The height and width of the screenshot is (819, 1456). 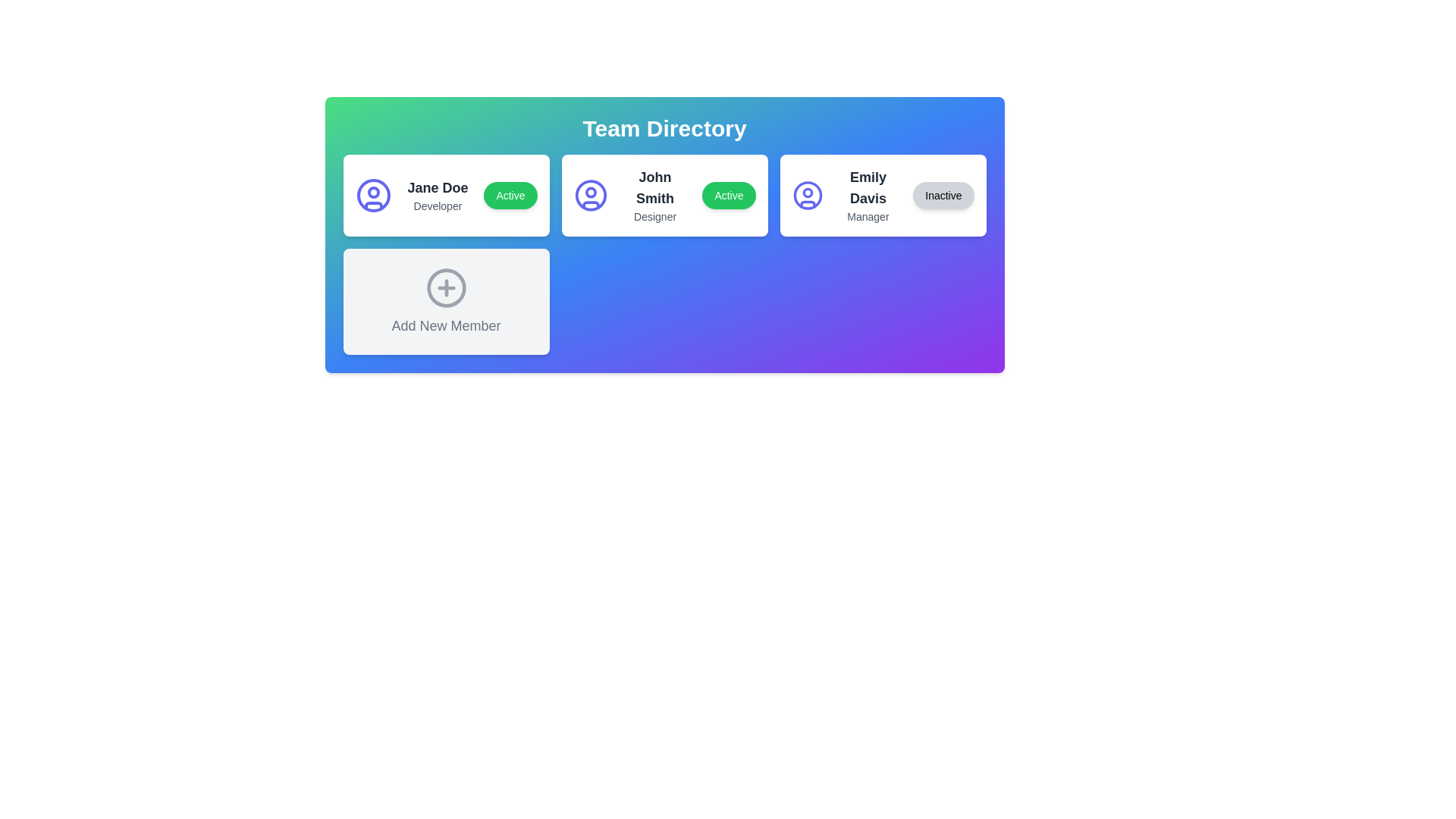 I want to click on the descriptive text label indicating the function associated with the add new member icon, located in the lower left area of the Team Directory interface, so click(x=445, y=325).